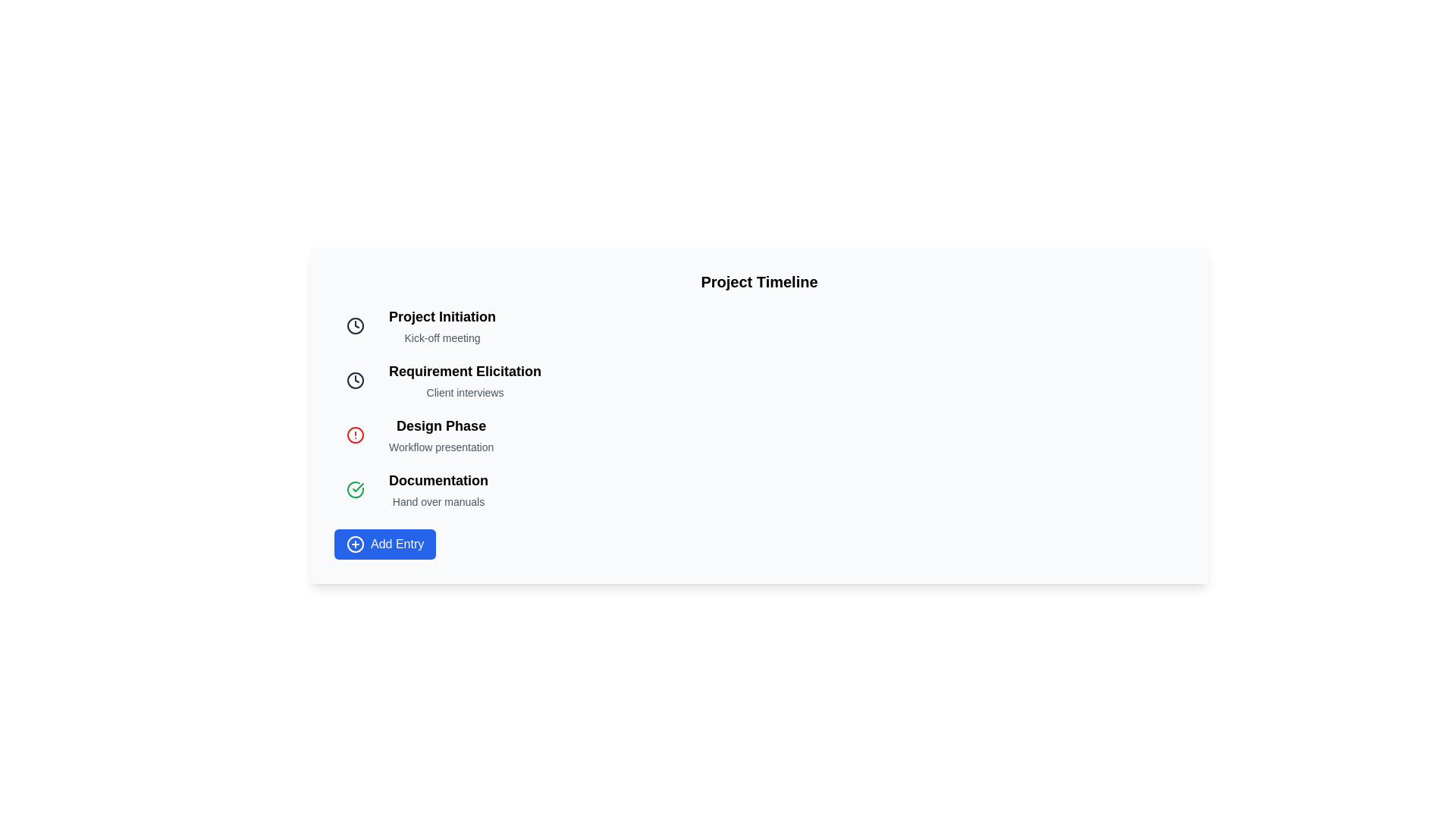  Describe the element at coordinates (441, 325) in the screenshot. I see `the text label indicating 'Project Initiation' with additional context 'Kick-off meeting' for additional information` at that location.